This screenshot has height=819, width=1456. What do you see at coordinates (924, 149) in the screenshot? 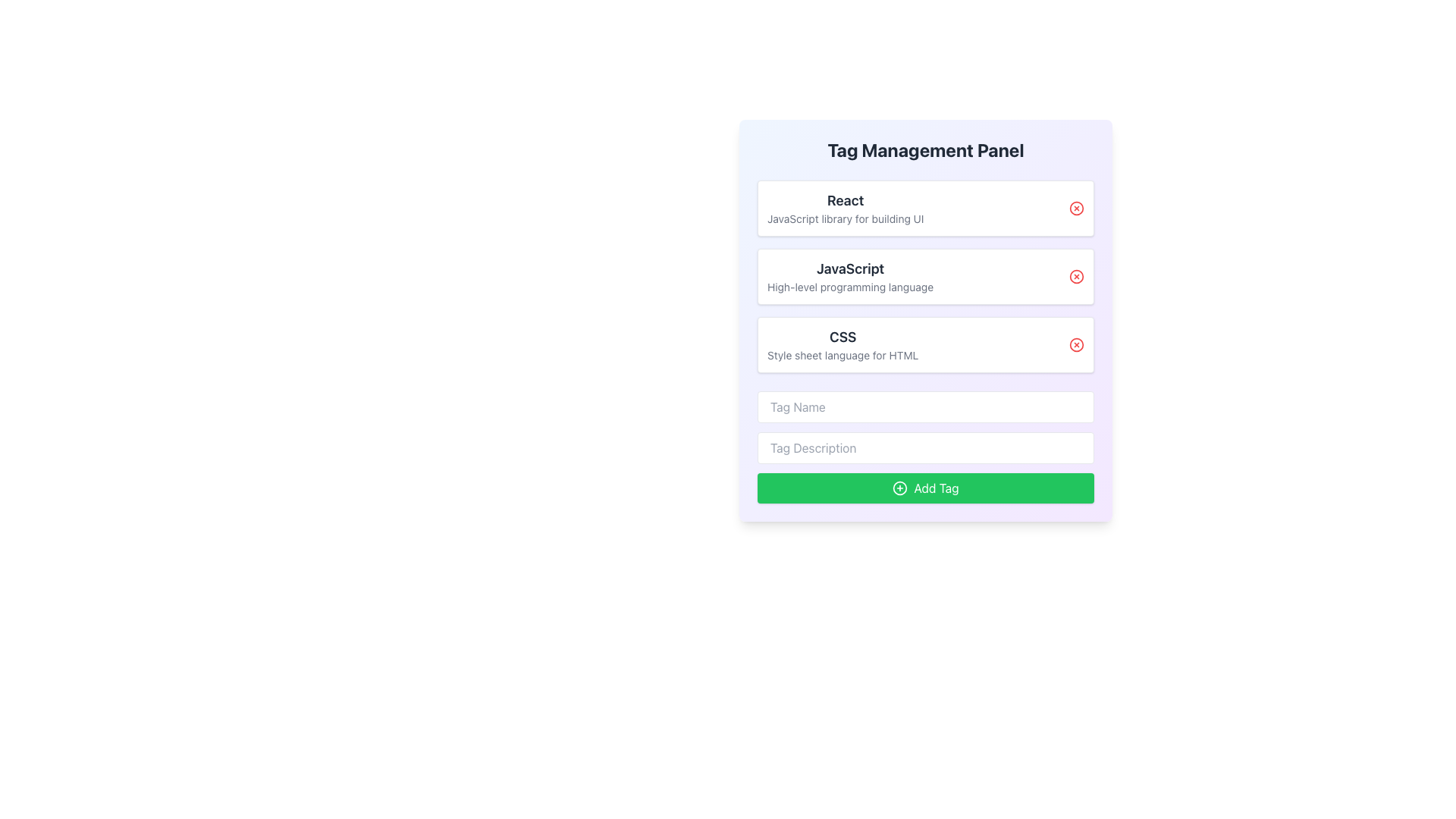
I see `text of the bold header displaying 'Tag Management Panel' at the top-center of the panel with a gradient background` at bounding box center [924, 149].